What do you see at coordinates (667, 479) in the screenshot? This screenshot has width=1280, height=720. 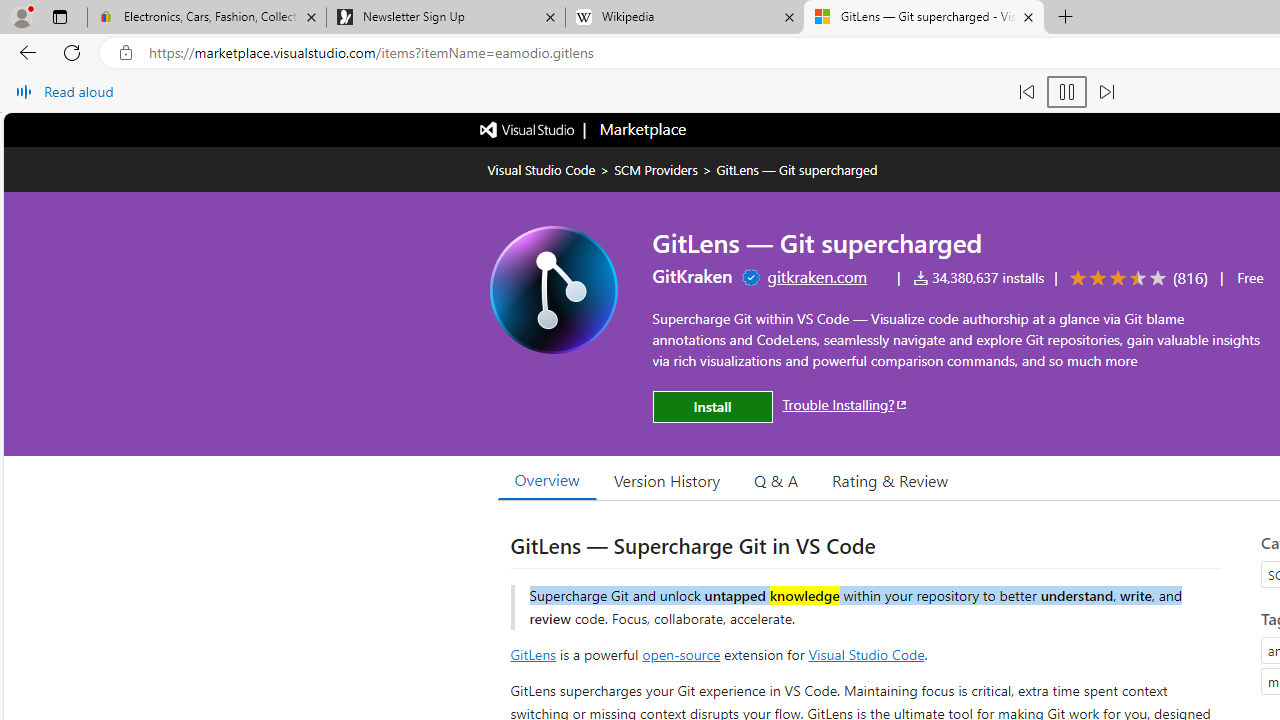 I see `'Version History'` at bounding box center [667, 479].